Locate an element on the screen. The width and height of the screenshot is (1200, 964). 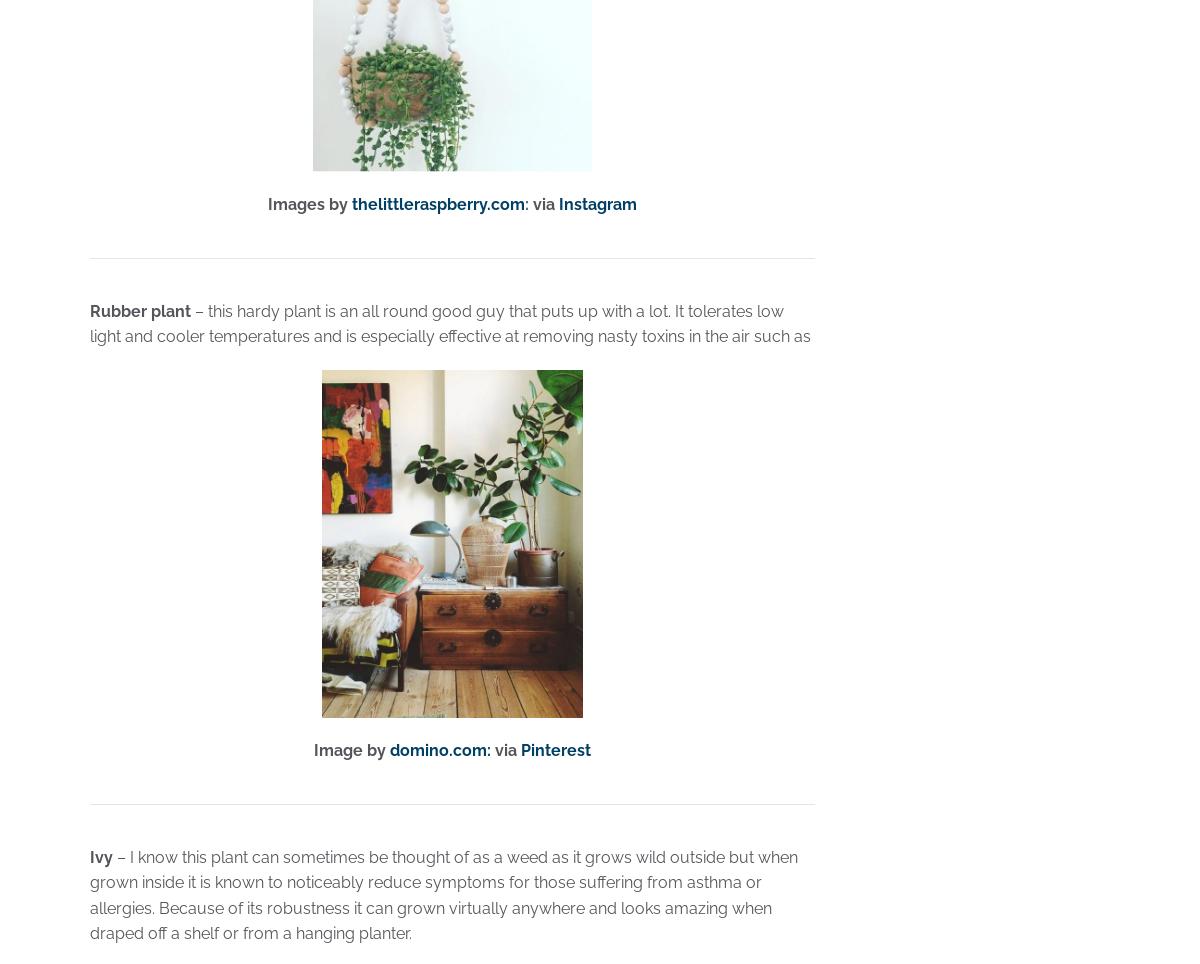
'via' is located at coordinates (505, 749).